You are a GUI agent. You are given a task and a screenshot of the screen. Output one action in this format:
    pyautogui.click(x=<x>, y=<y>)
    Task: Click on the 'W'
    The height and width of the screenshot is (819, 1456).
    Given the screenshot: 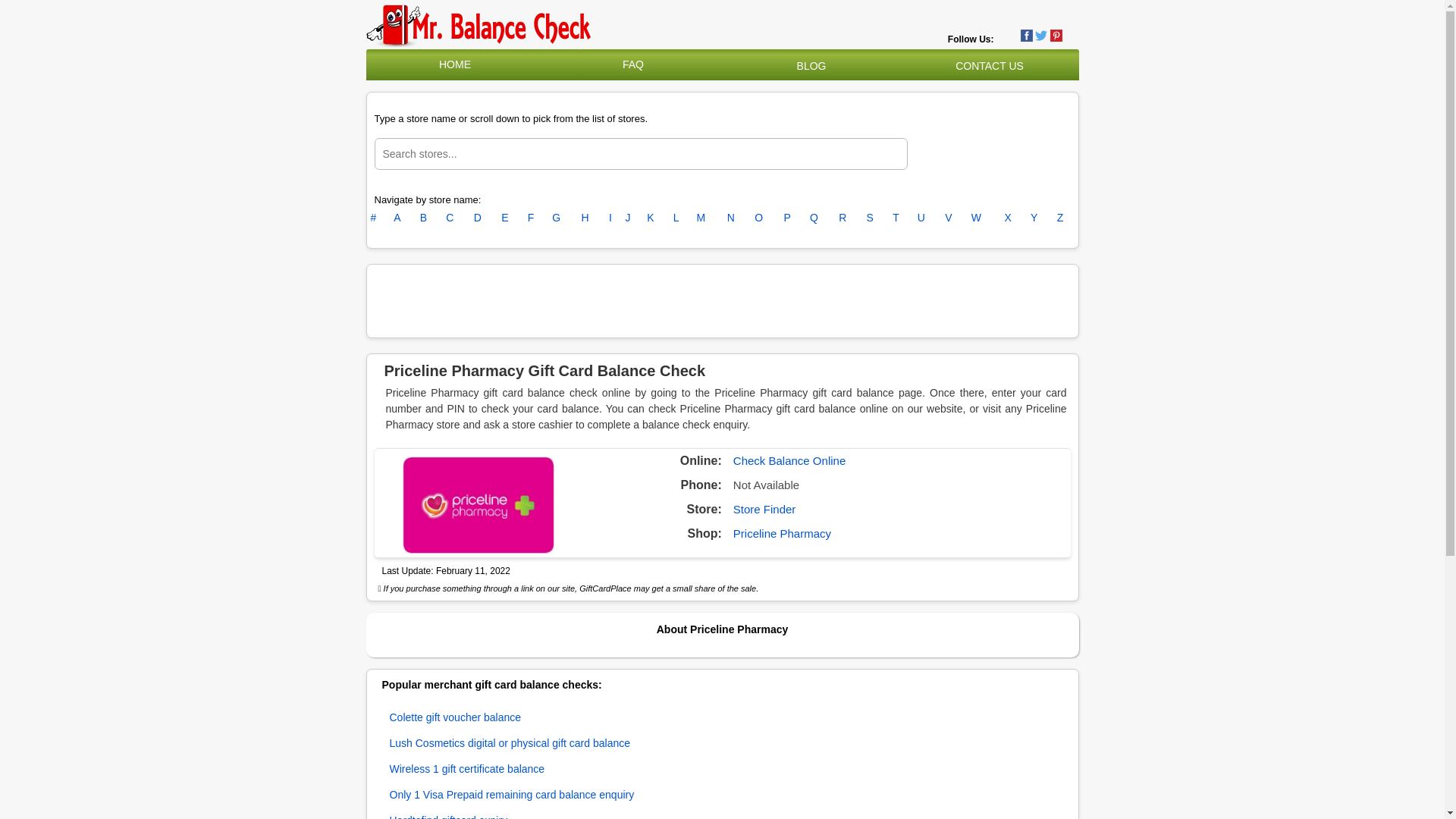 What is the action you would take?
    pyautogui.click(x=976, y=217)
    